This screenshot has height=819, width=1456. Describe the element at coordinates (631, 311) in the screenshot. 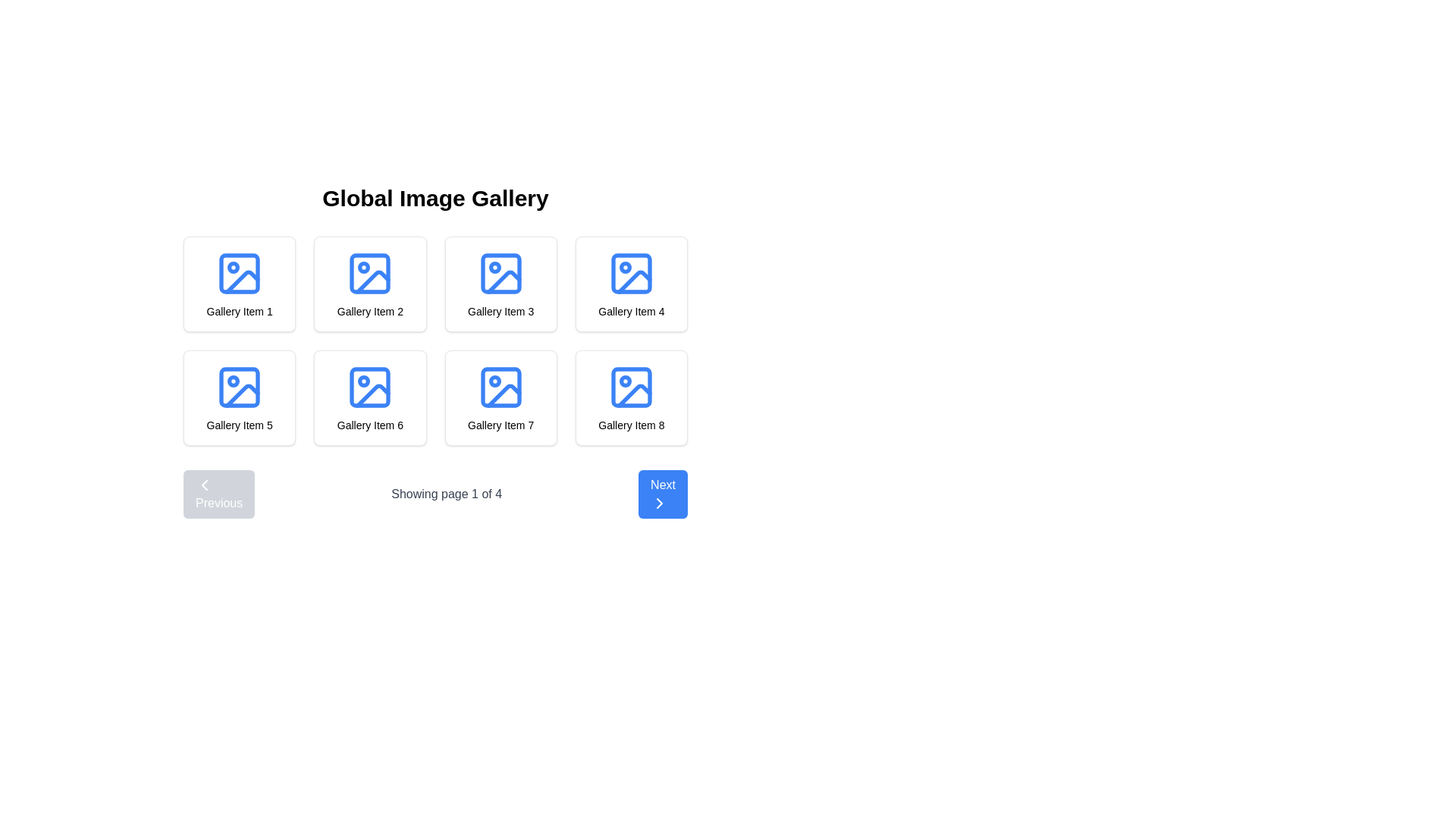

I see `text label that displays 'Gallery Item 4', located in the fourth tile of a grid layout, below a blue image icon` at that location.